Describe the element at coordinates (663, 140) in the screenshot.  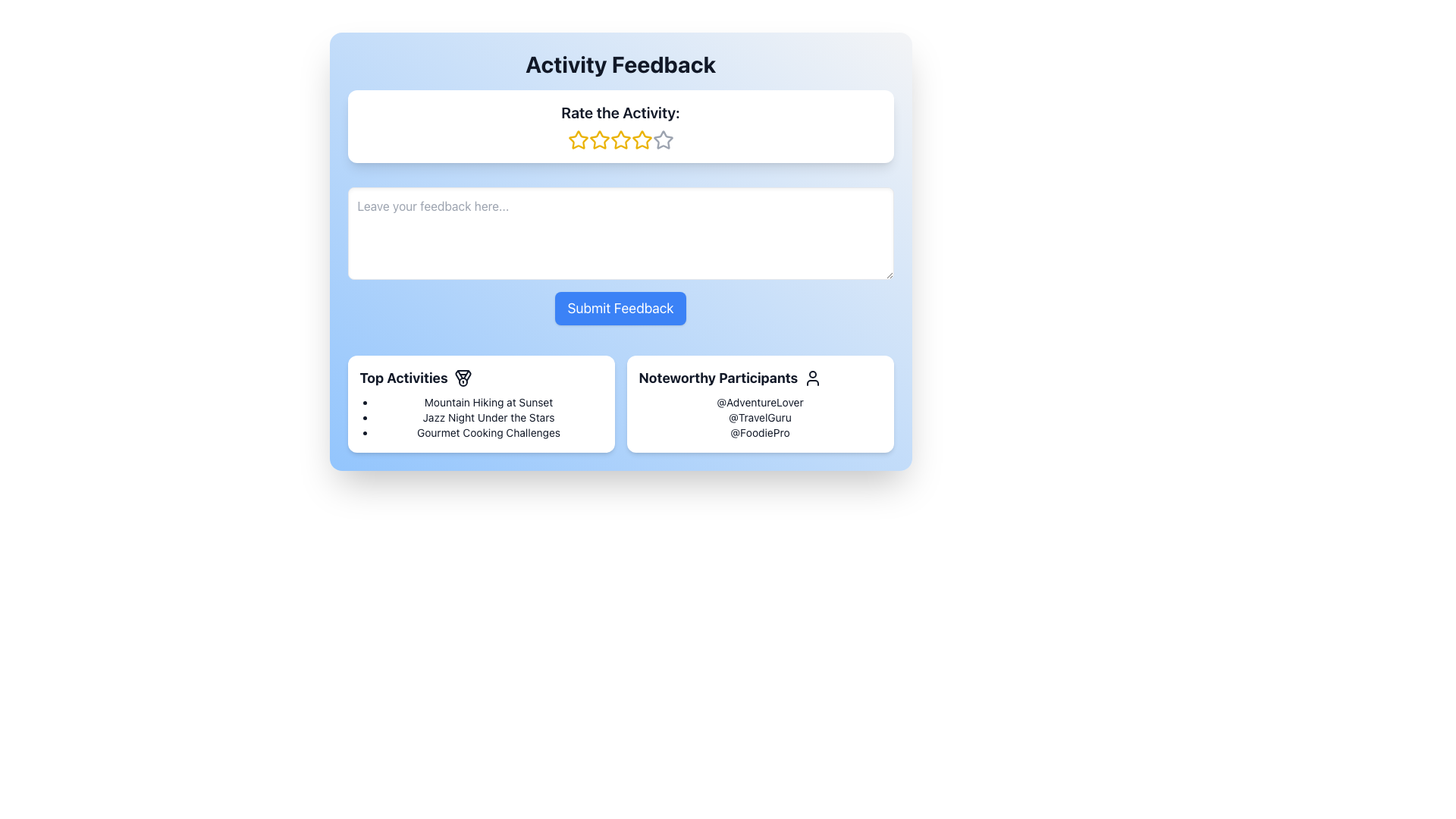
I see `the last gray star-shaped icon in the rating control` at that location.